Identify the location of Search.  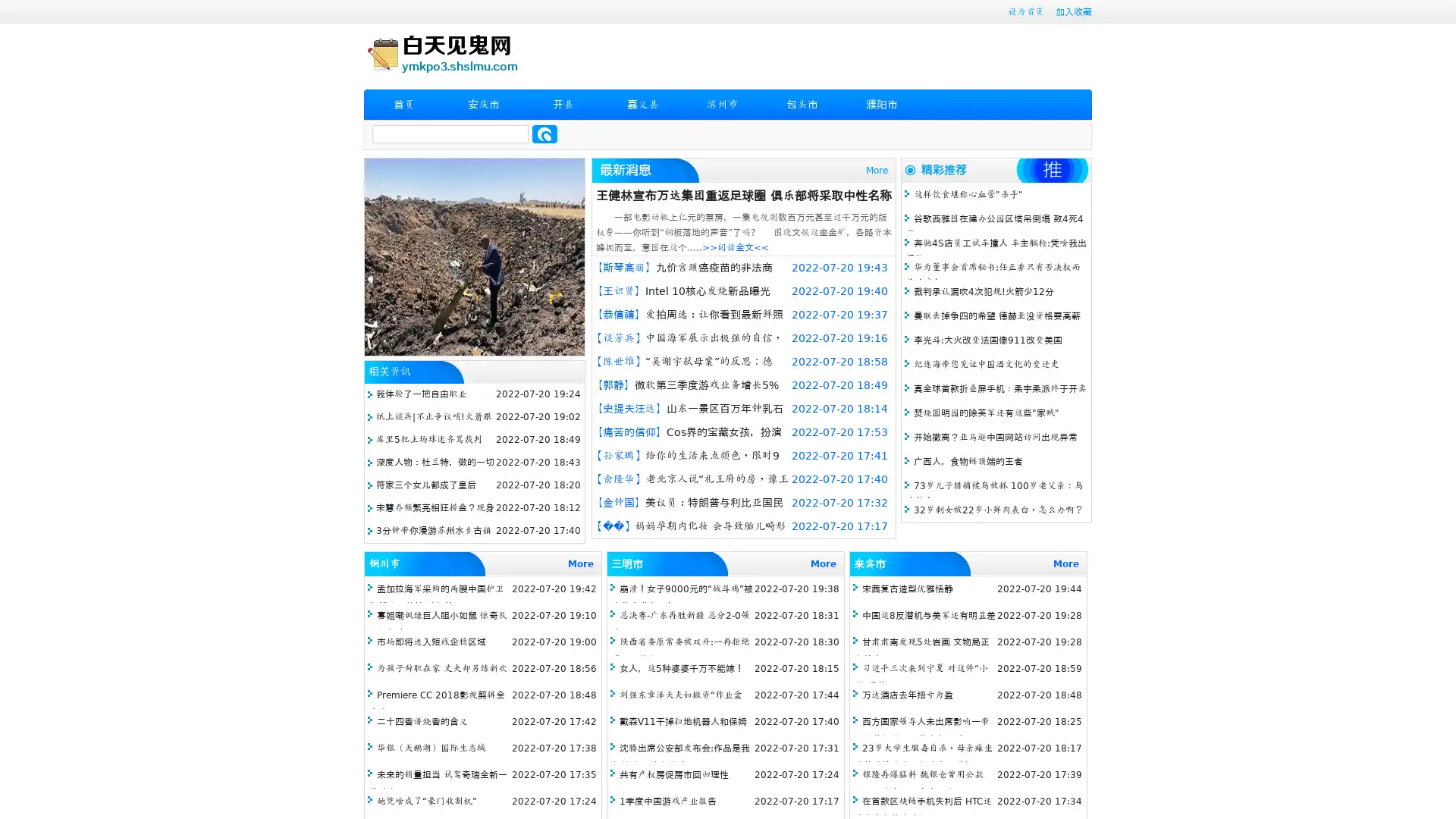
(544, 133).